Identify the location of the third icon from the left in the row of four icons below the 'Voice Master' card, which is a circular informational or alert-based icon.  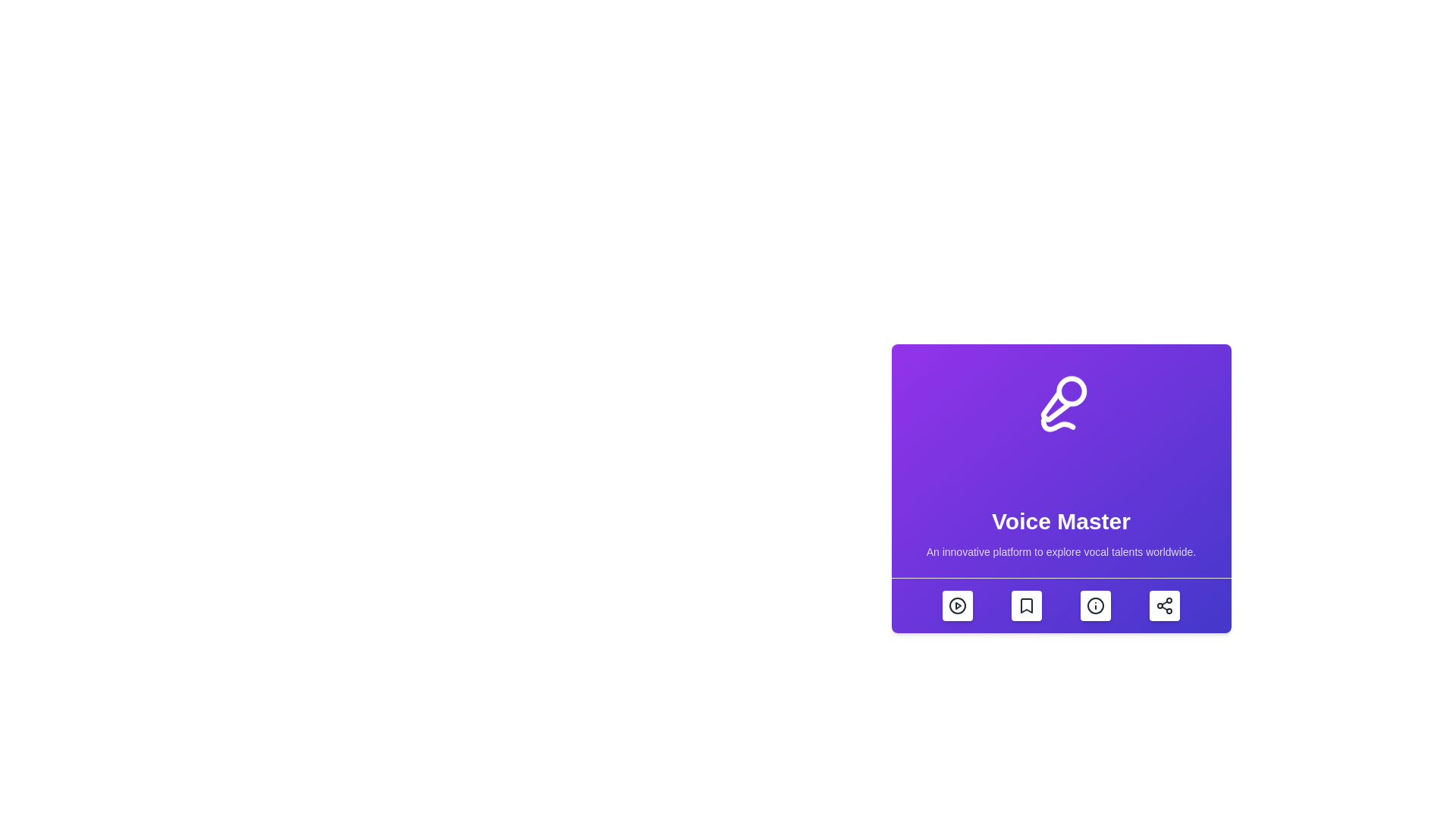
(1095, 604).